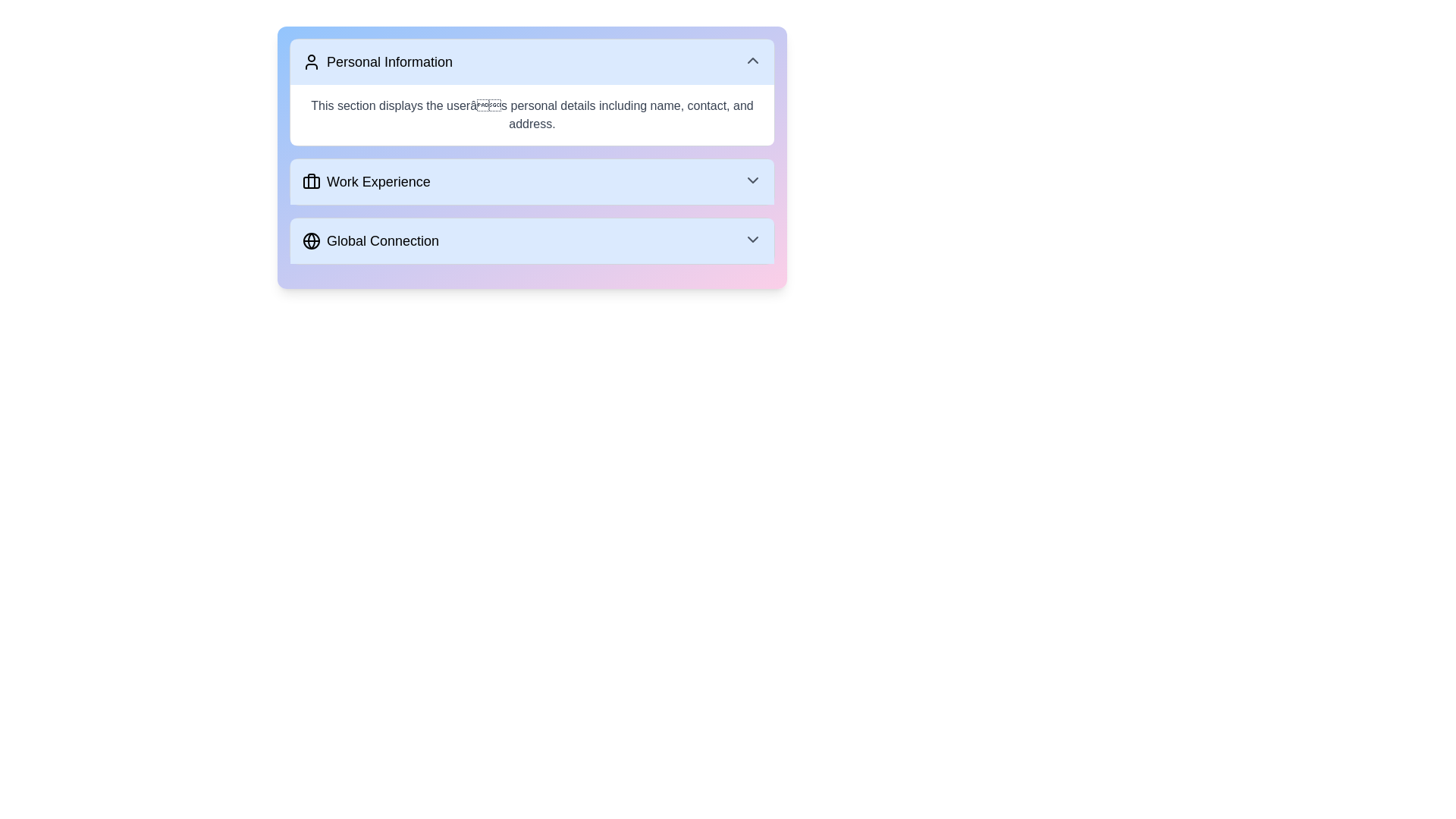 This screenshot has height=819, width=1456. What do you see at coordinates (311, 180) in the screenshot?
I see `the 'Work Experience' icon to interact with it, as it is positioned to the left of the 'Work Experience' text in the interface` at bounding box center [311, 180].